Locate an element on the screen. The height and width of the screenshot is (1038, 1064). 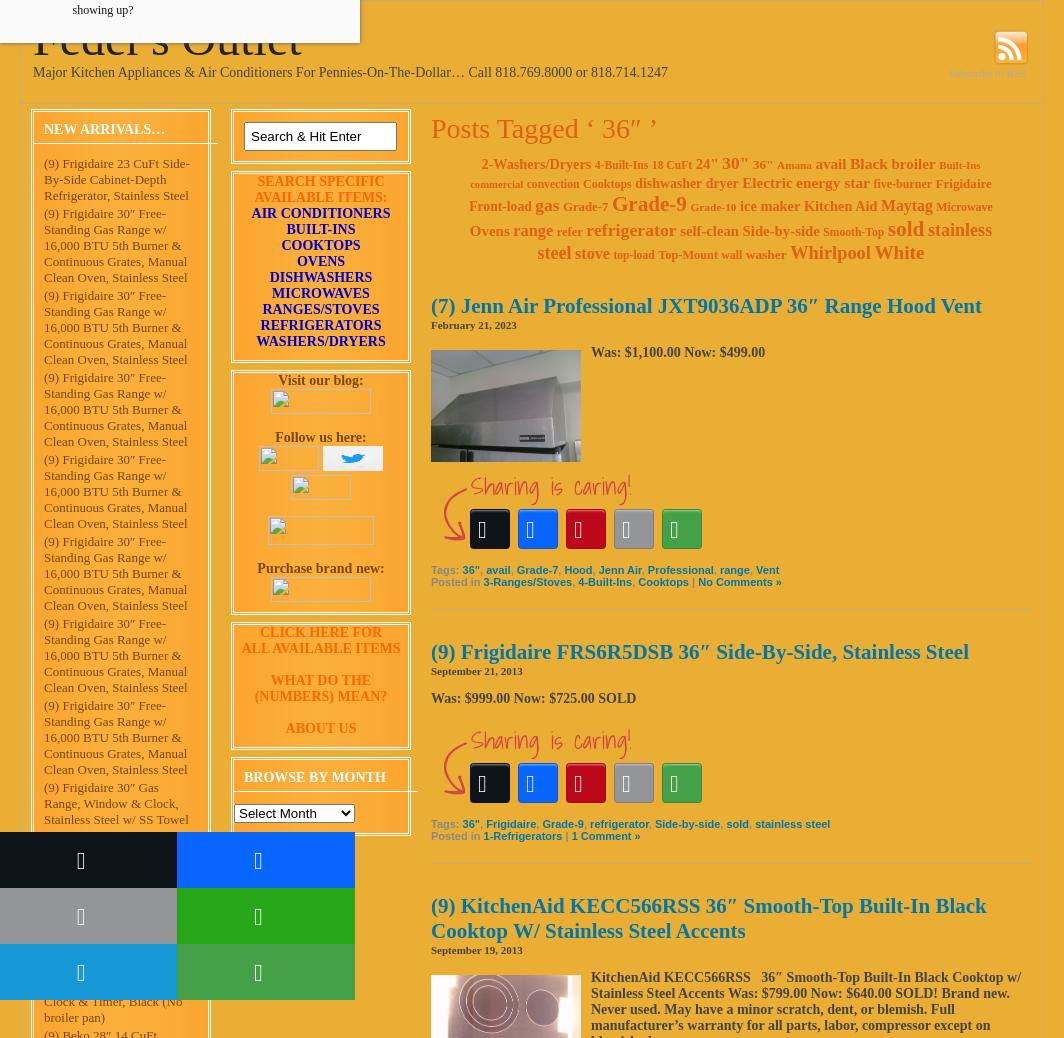
'Major Kitchen Appliances & Air Conditioners For Pennies-On-The-Dollar… Call 818.769.8000 or 818.714.1247' is located at coordinates (349, 71).